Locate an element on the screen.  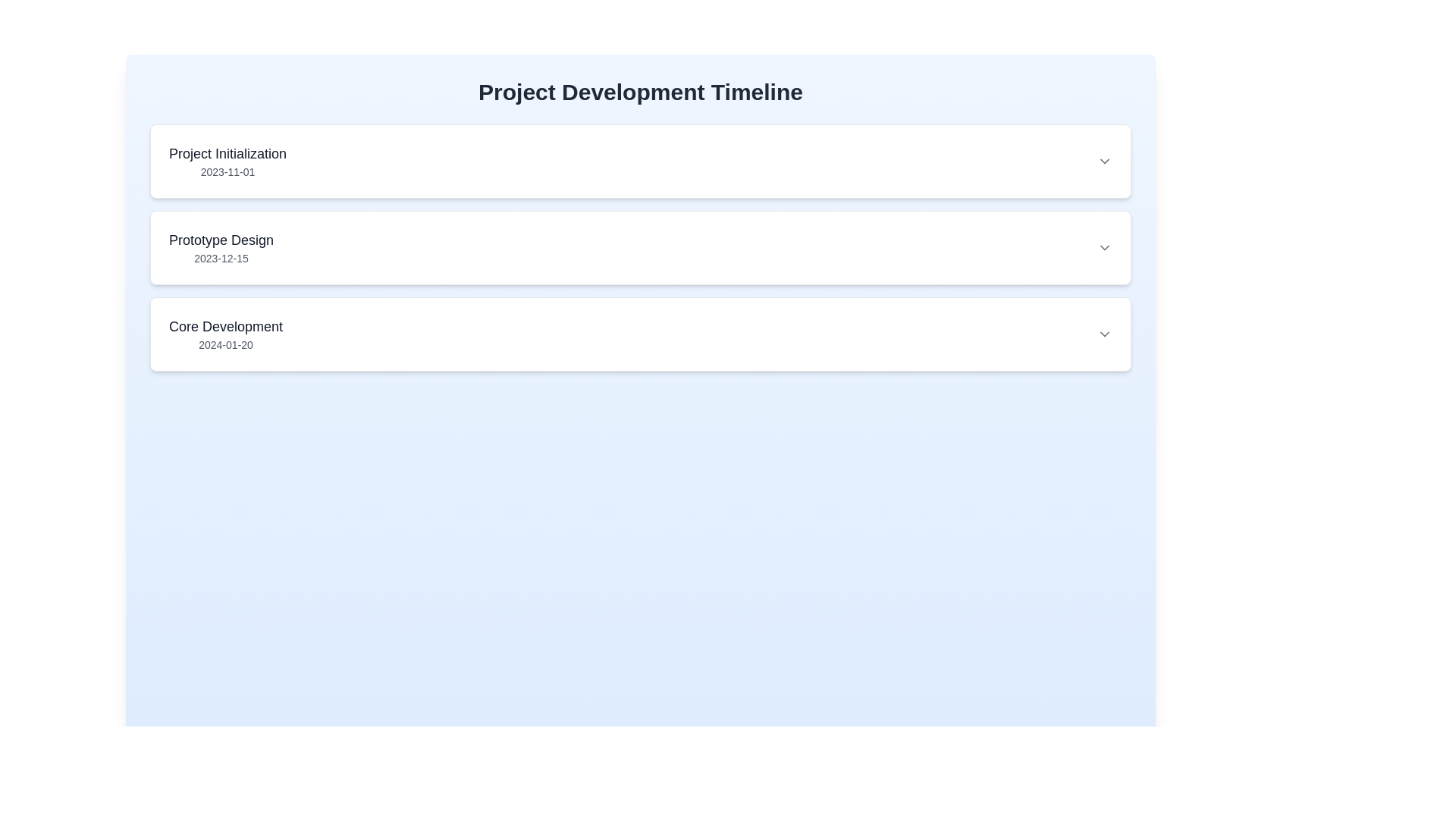
the text label displaying '2023-12-15', located below the title 'Prototype Design' on the second card in the vertical stack of cards is located at coordinates (221, 257).